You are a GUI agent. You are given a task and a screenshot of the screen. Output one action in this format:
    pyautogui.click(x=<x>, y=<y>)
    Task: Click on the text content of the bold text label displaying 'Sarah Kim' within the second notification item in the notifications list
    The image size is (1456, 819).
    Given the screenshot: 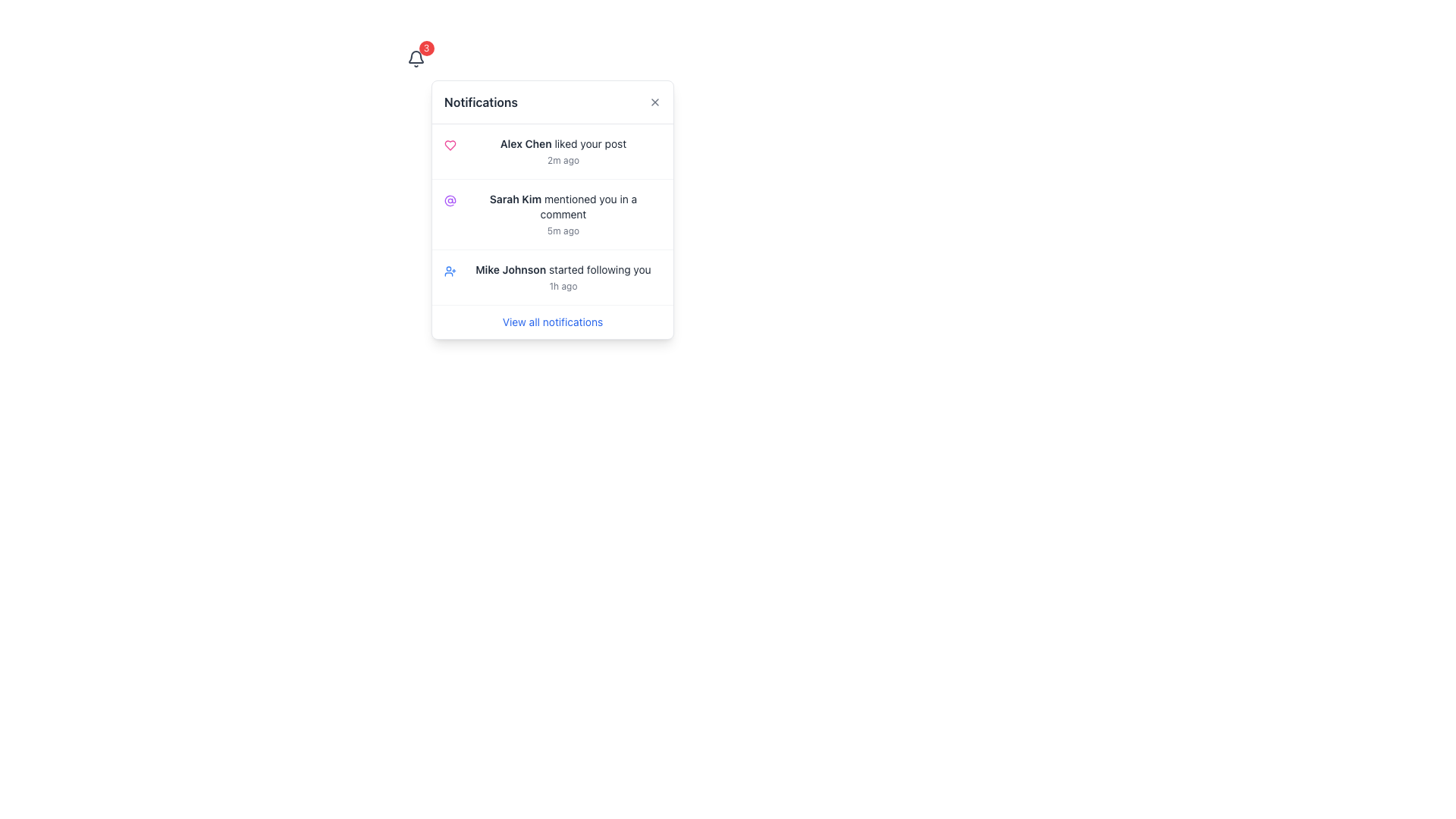 What is the action you would take?
    pyautogui.click(x=516, y=198)
    